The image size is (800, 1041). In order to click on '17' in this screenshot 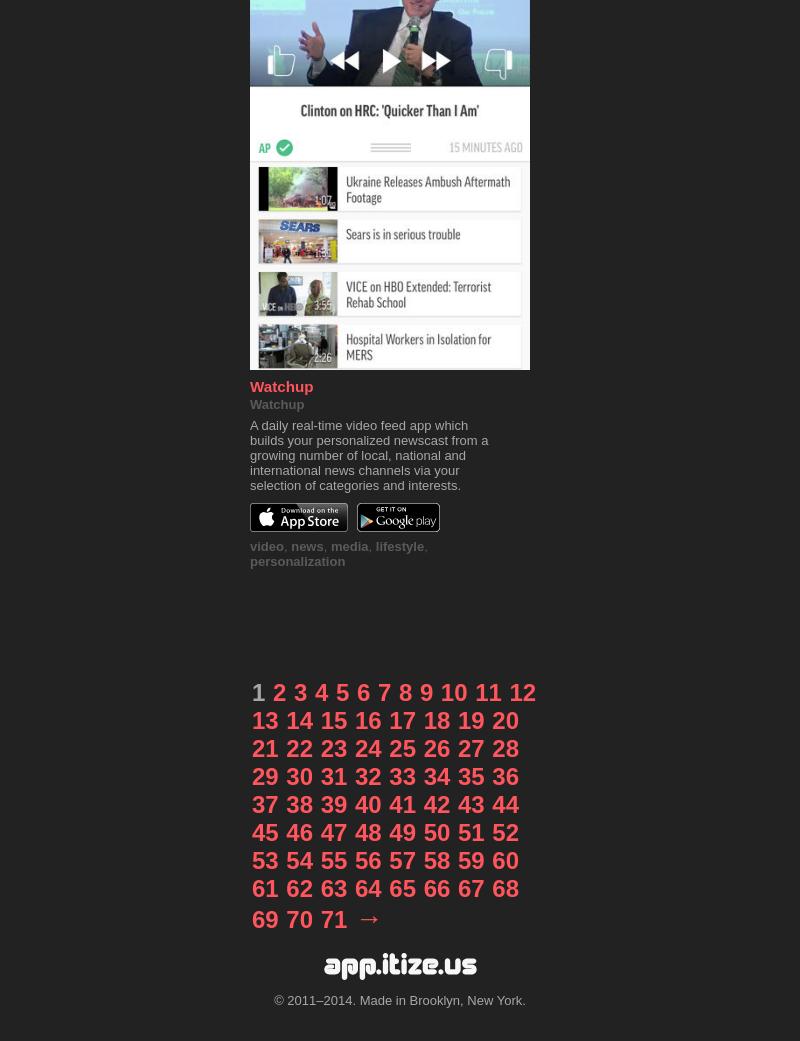, I will do `click(388, 719)`.